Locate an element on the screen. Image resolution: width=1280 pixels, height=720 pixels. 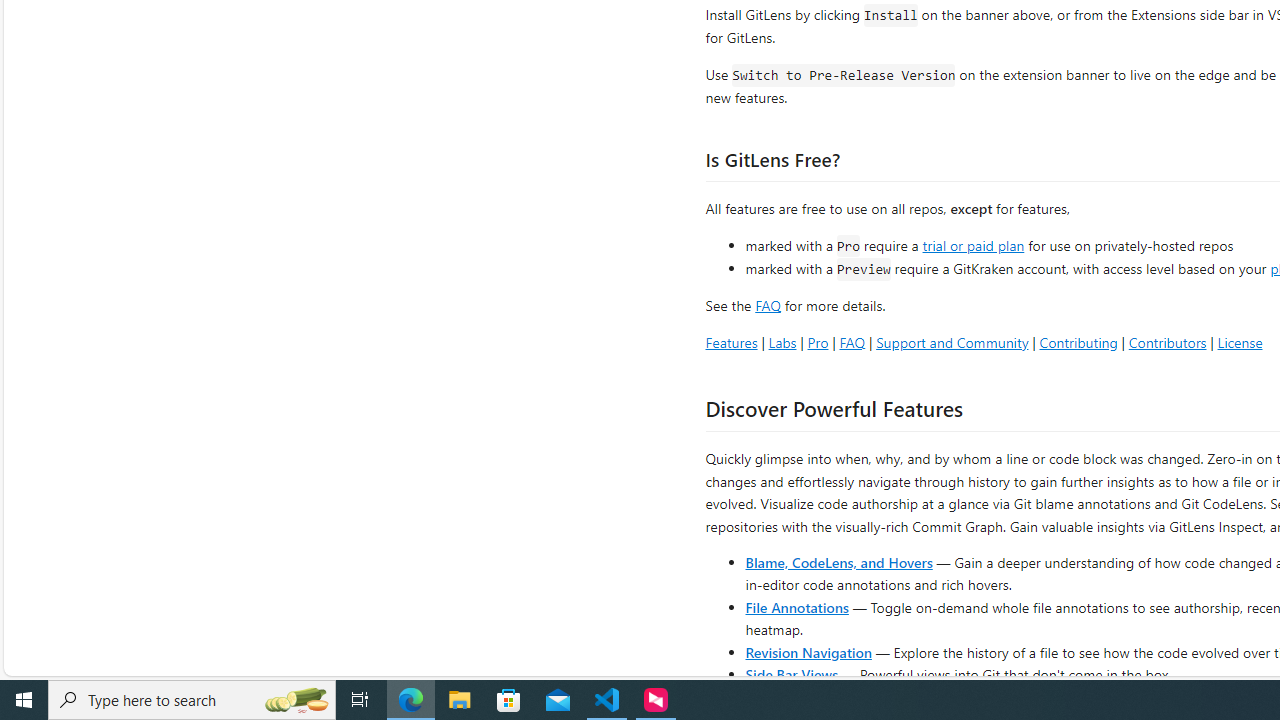
'Contributors' is located at coordinates (1167, 341).